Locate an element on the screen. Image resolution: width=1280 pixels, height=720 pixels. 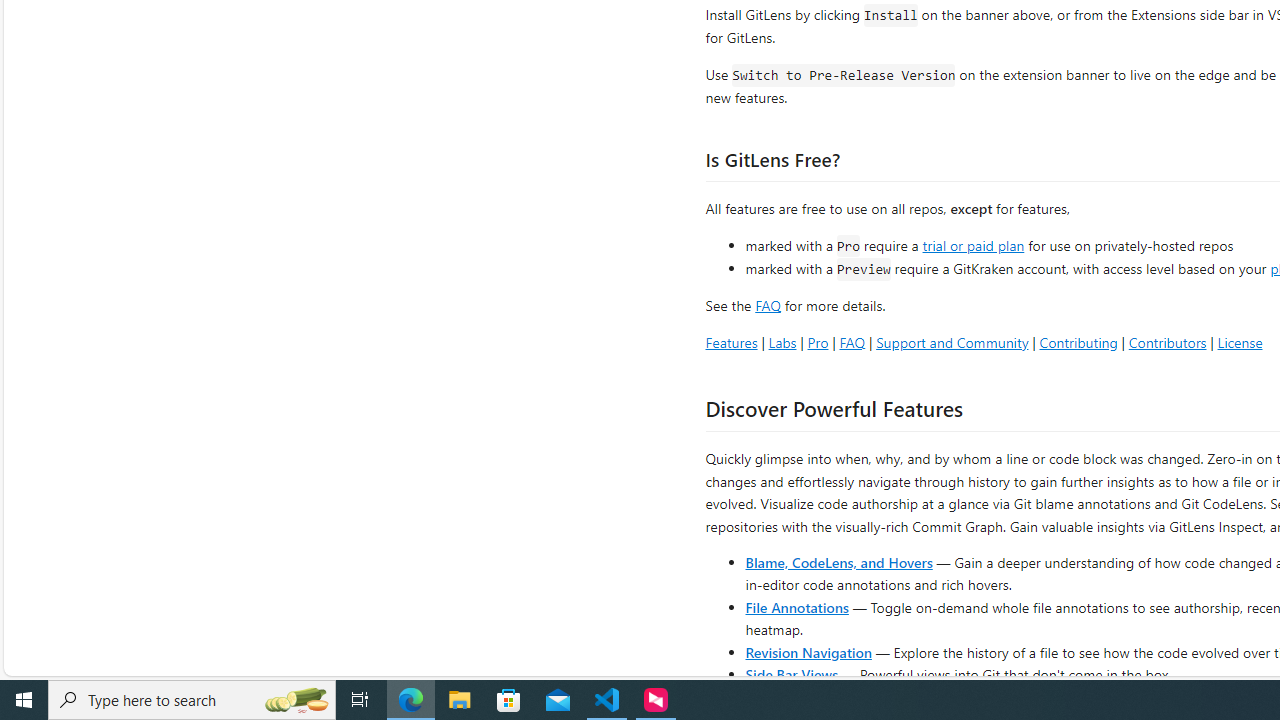
'Contributors' is located at coordinates (1167, 341).